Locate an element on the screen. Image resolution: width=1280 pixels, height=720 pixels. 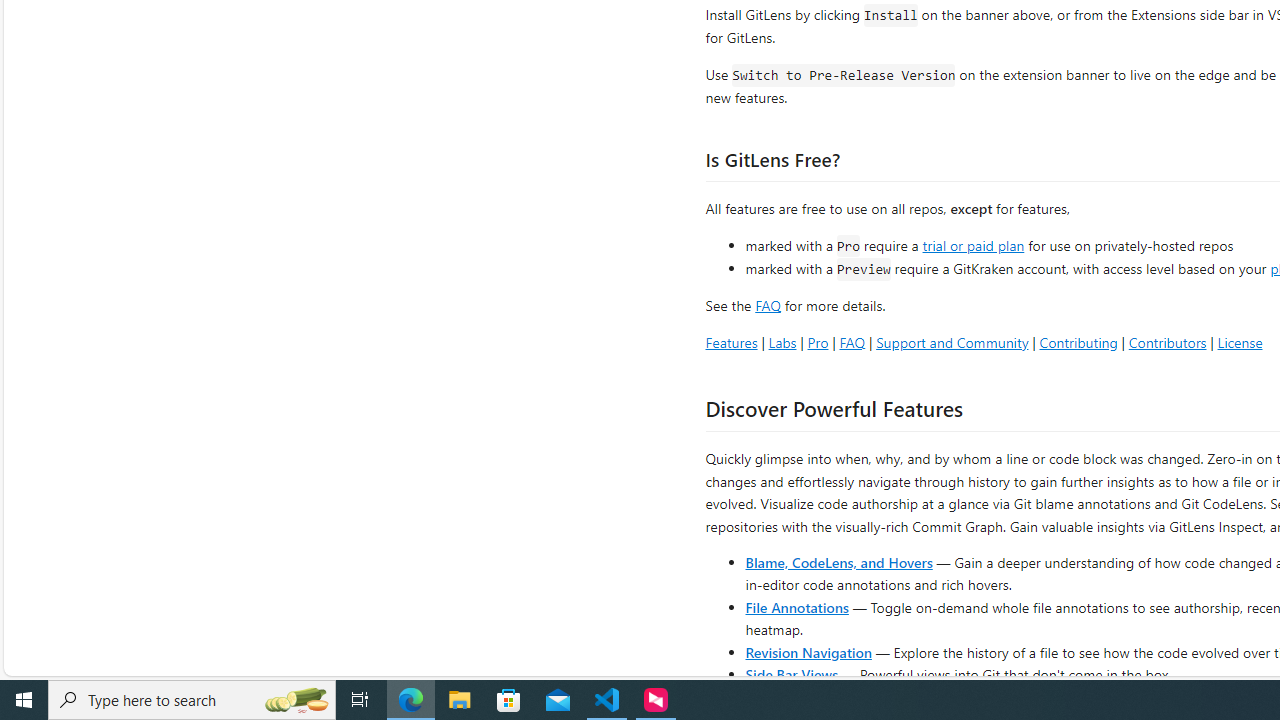
'Contributors' is located at coordinates (1167, 341).